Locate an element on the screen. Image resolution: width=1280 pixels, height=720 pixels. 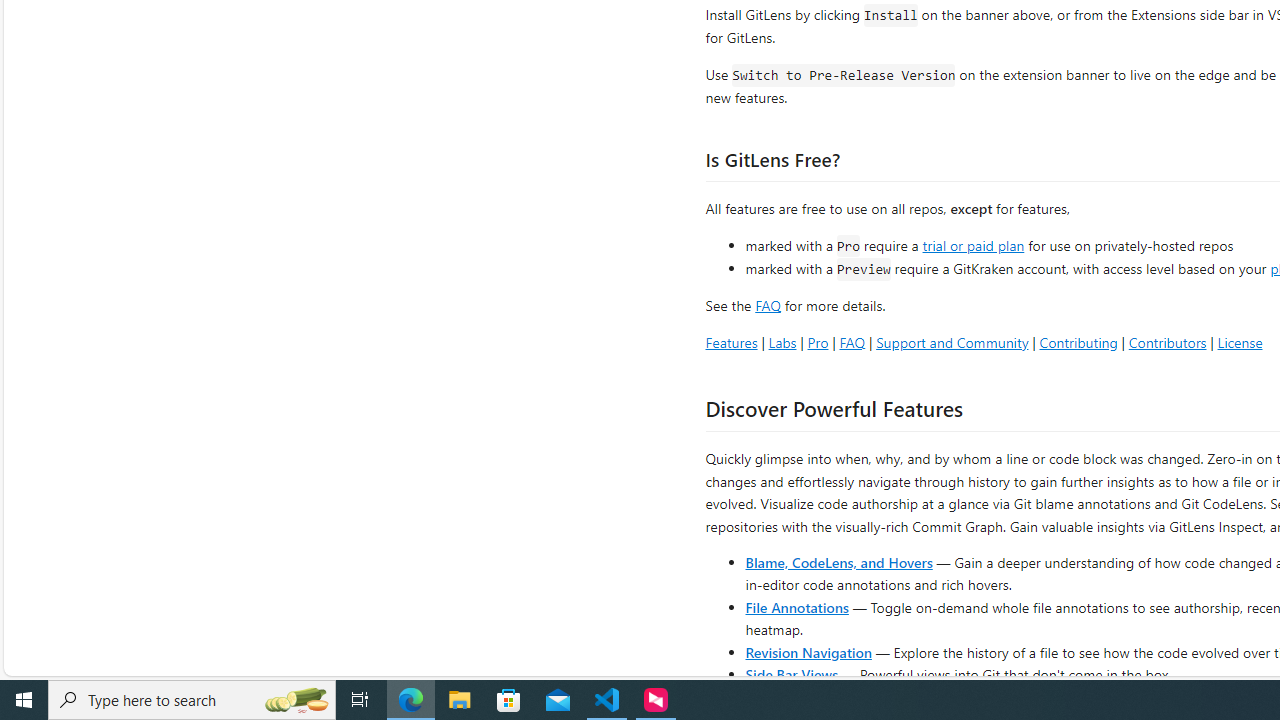
'Contributors' is located at coordinates (1167, 341).